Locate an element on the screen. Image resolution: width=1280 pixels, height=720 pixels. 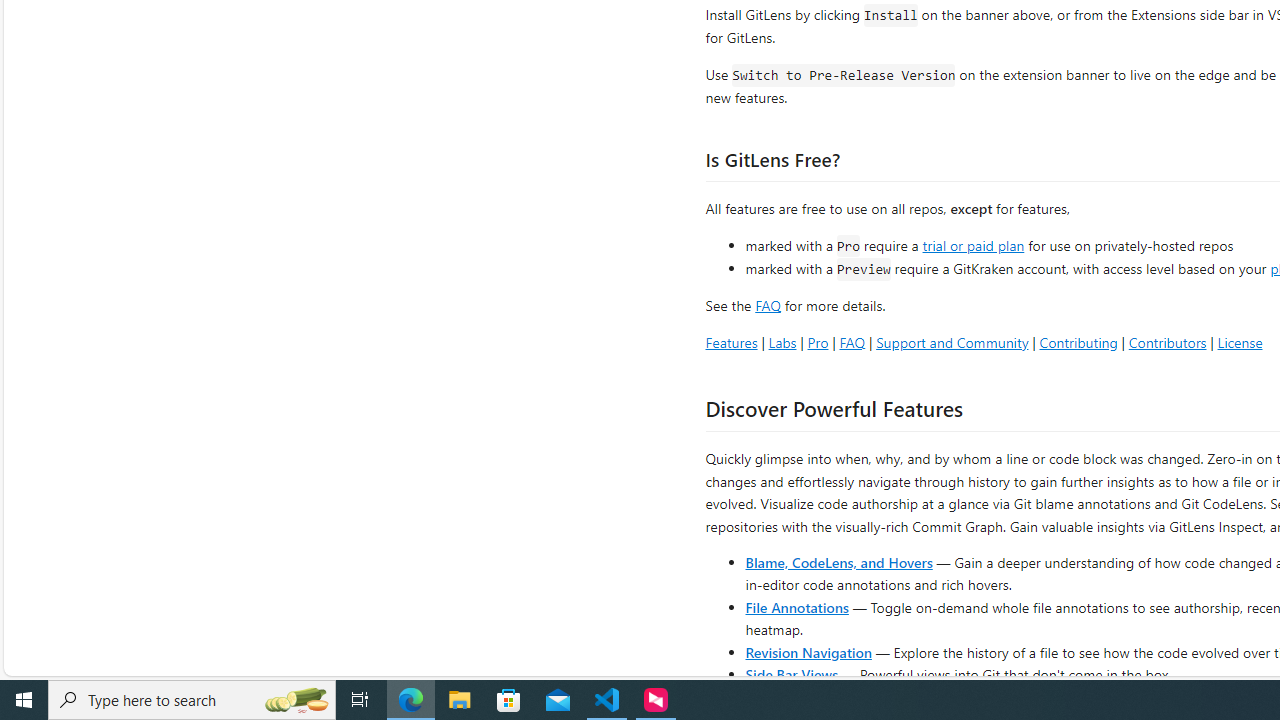
'Contributors' is located at coordinates (1167, 341).